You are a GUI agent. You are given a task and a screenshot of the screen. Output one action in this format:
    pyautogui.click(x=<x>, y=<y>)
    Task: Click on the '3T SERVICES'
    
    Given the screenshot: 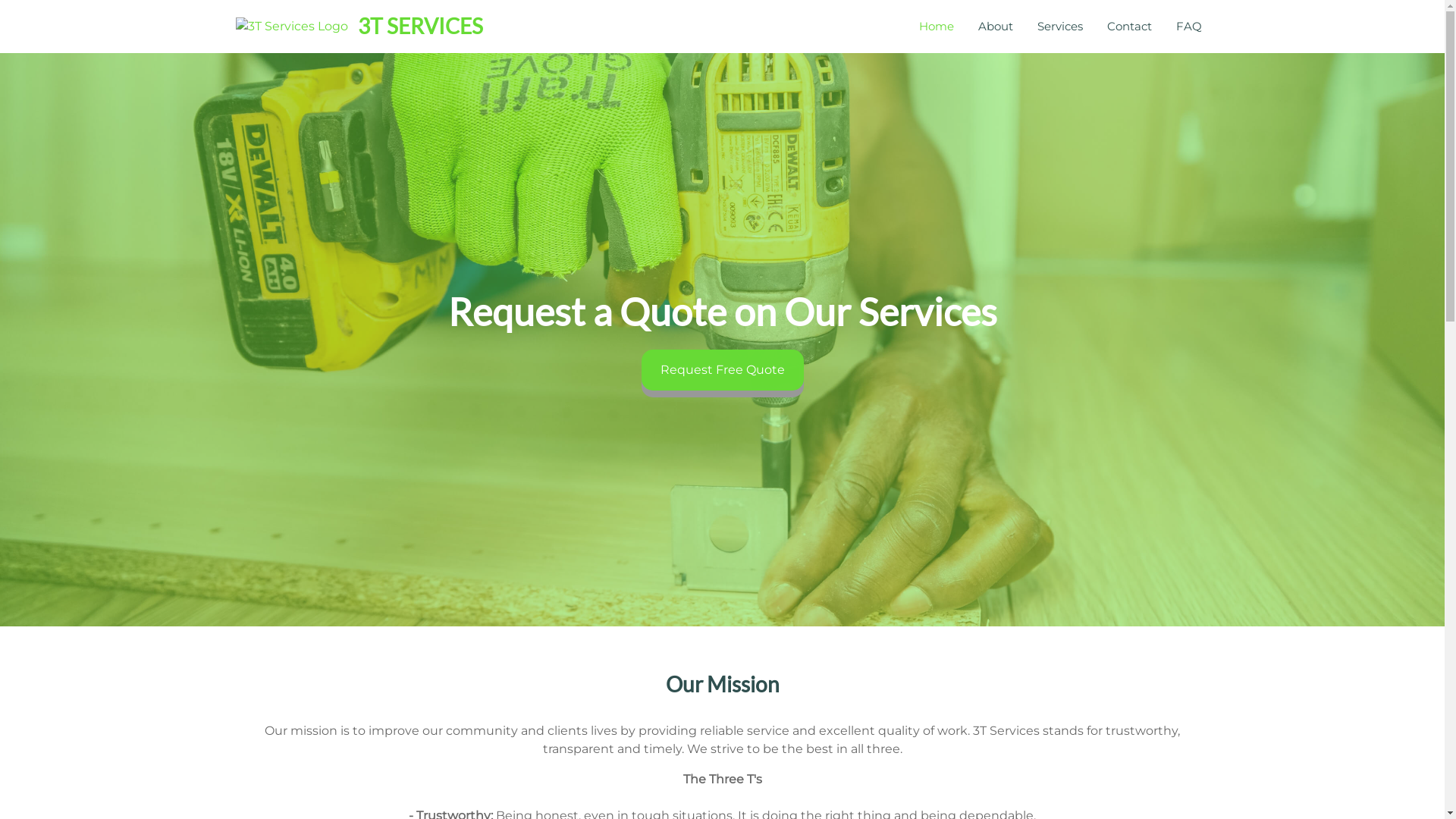 What is the action you would take?
    pyautogui.click(x=420, y=26)
    